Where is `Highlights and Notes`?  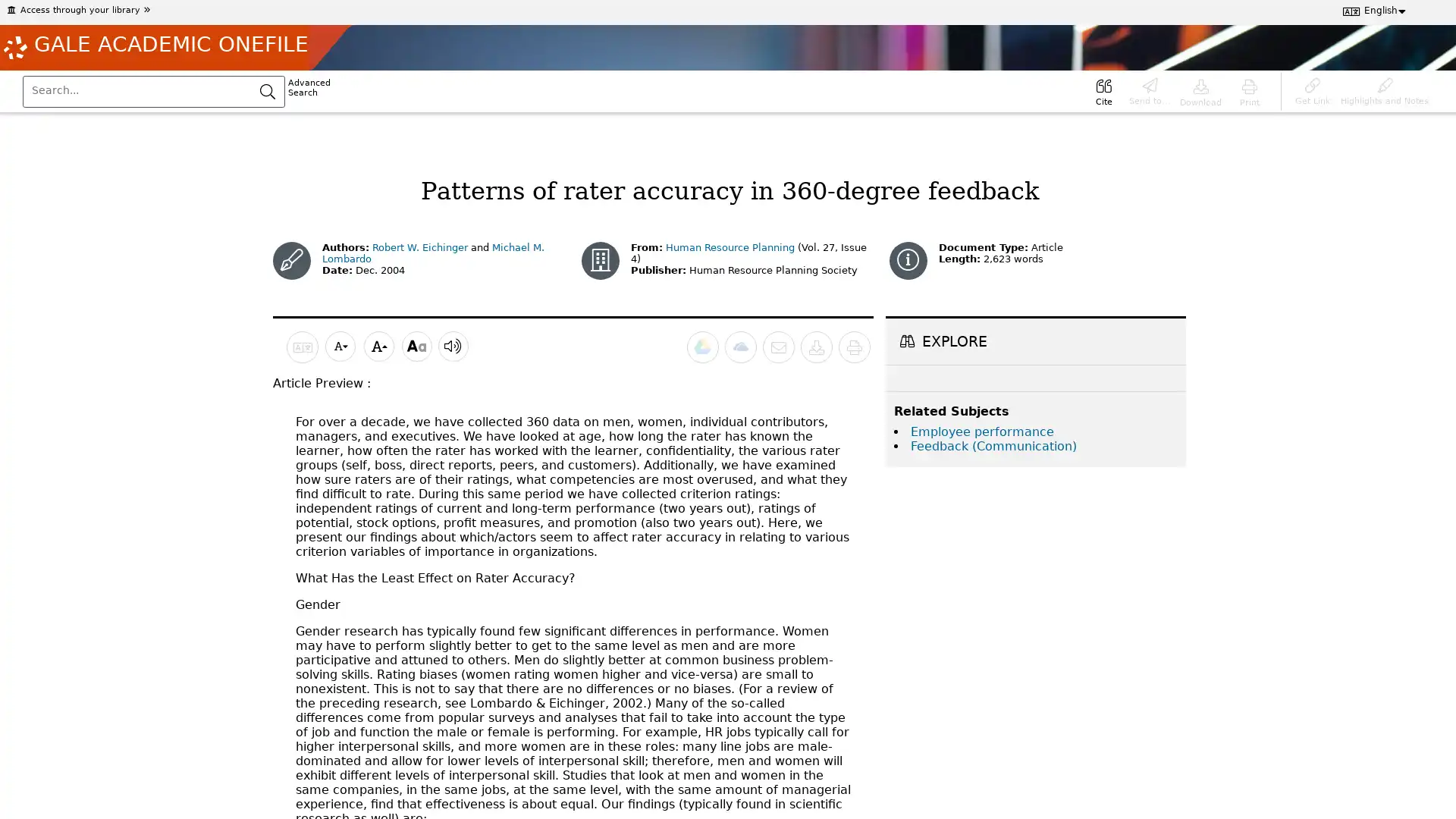 Highlights and Notes is located at coordinates (1384, 89).